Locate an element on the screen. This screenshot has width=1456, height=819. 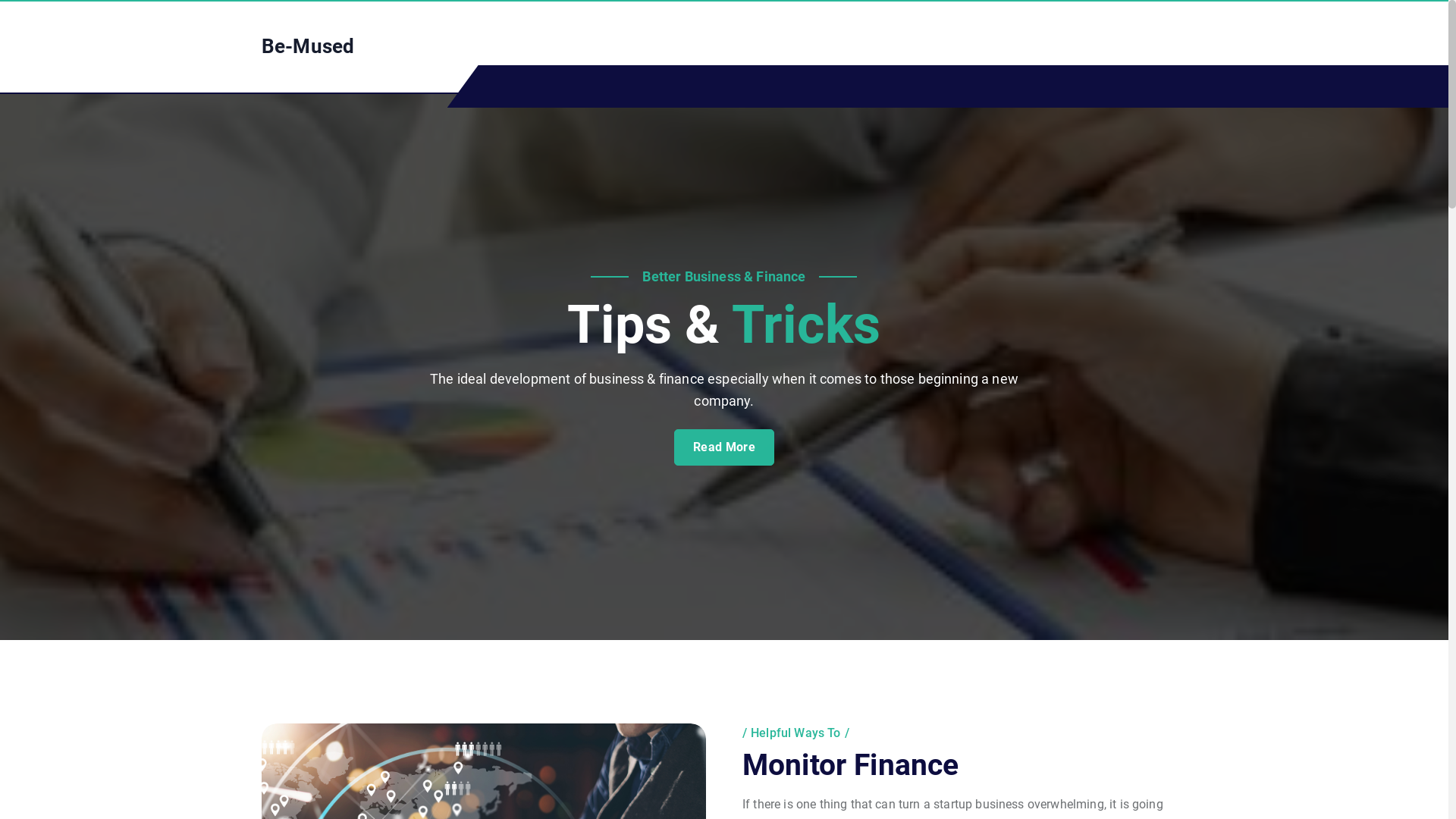
'Be-Mused' is located at coordinates (262, 45).